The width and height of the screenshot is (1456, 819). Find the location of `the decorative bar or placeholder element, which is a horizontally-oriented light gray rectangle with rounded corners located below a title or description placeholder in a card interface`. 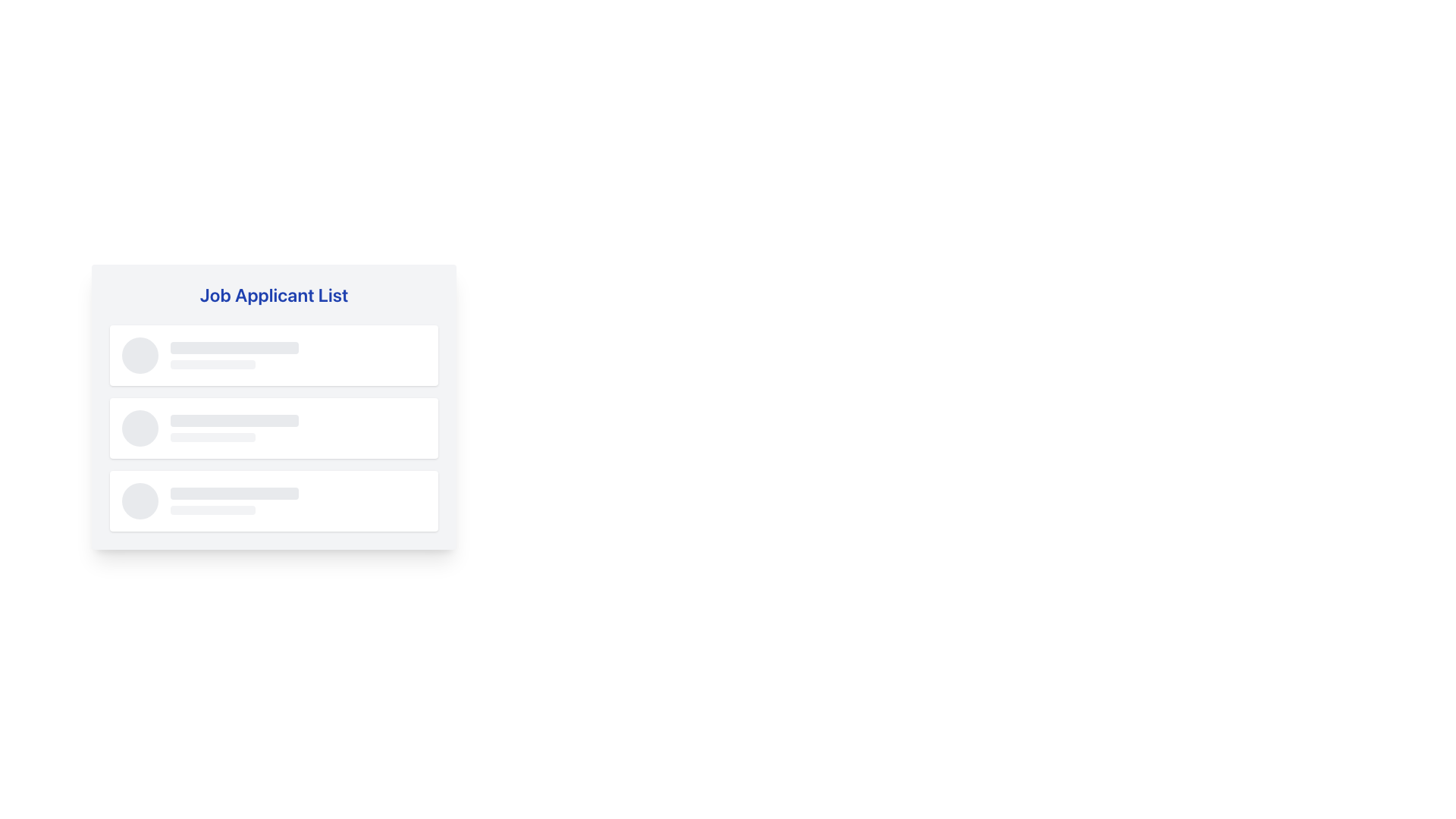

the decorative bar or placeholder element, which is a horizontally-oriented light gray rectangle with rounded corners located below a title or description placeholder in a card interface is located at coordinates (212, 438).